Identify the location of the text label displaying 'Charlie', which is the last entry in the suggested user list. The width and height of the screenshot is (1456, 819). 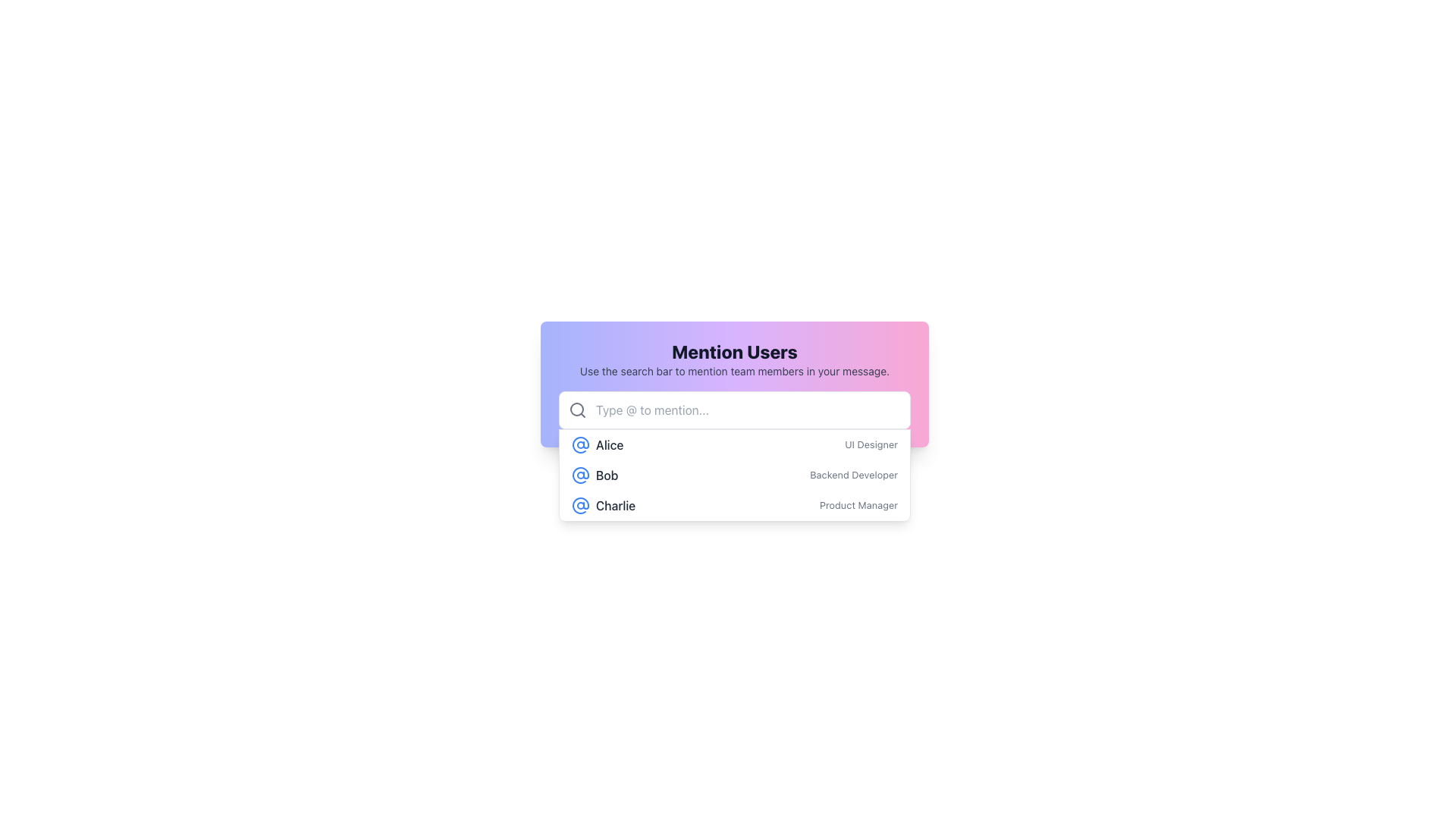
(615, 506).